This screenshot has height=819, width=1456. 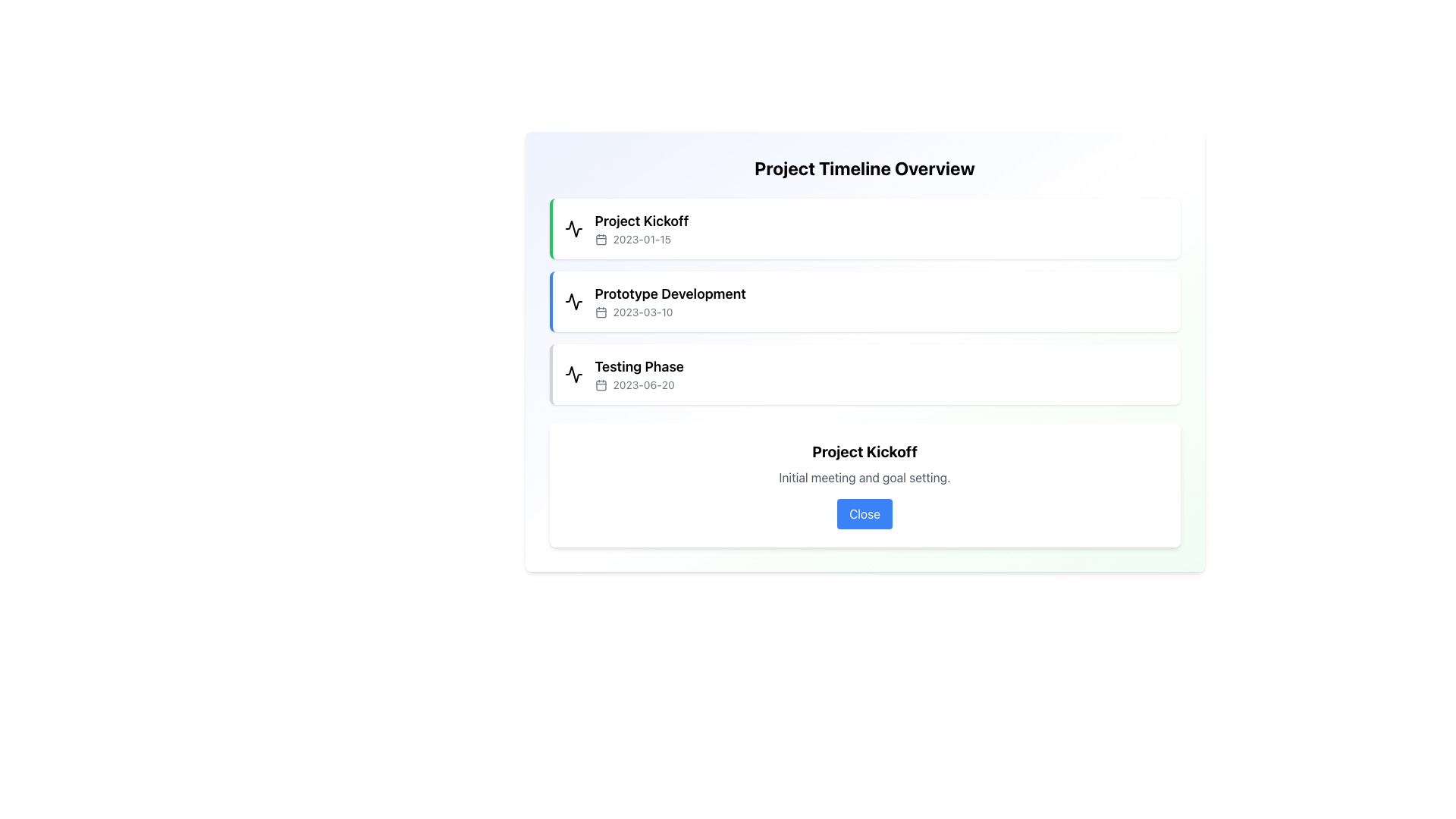 What do you see at coordinates (864, 476) in the screenshot?
I see `the text label providing additional descriptive information regarding the 'Project Kickoff' section, located immediately below the title text 'Project Kickoff' and above the blue button labeled 'Close'` at bounding box center [864, 476].